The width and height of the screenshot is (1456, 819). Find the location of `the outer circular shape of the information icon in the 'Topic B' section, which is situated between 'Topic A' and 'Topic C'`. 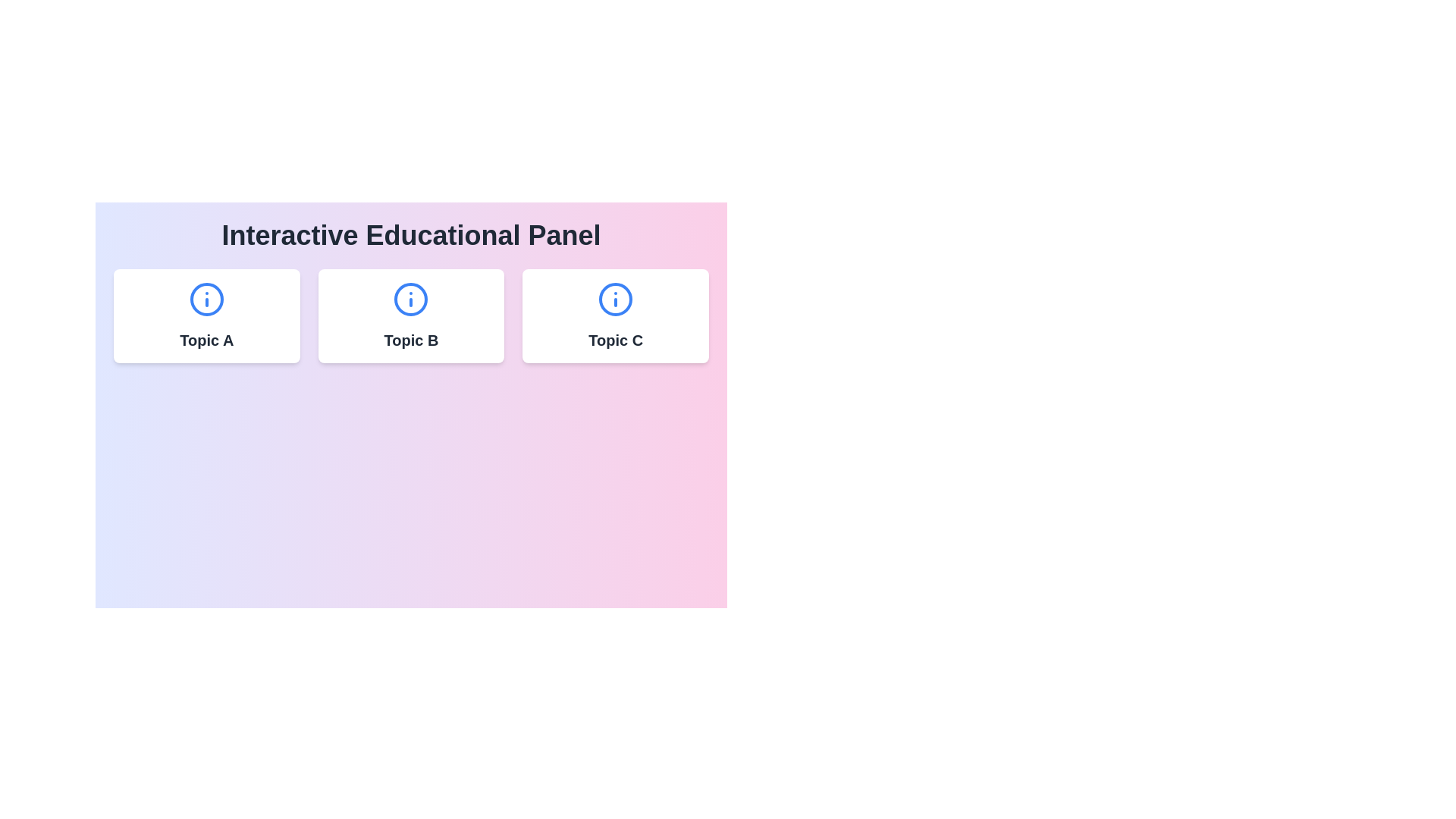

the outer circular shape of the information icon in the 'Topic B' section, which is situated between 'Topic A' and 'Topic C' is located at coordinates (411, 299).